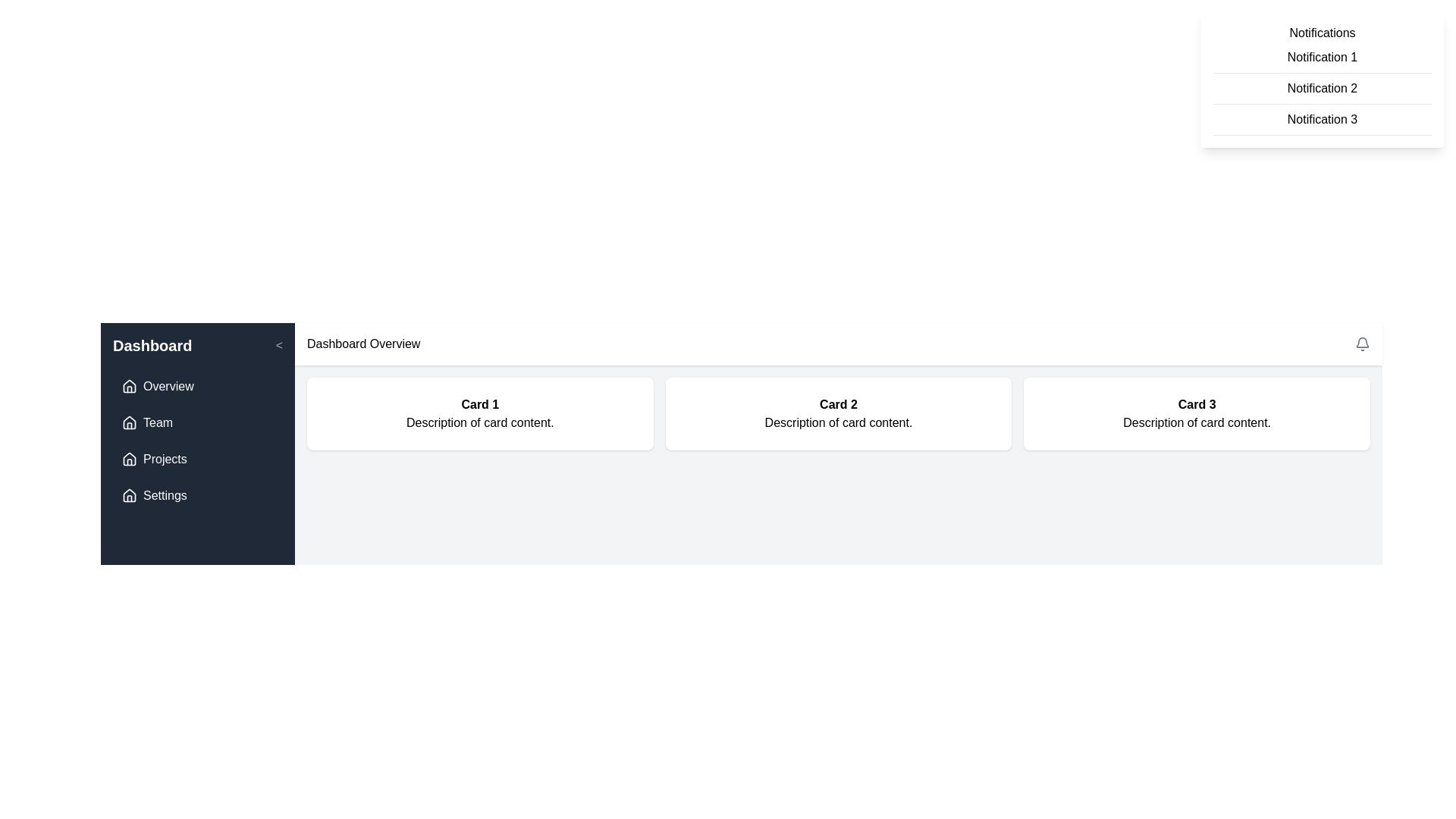 The height and width of the screenshot is (819, 1456). Describe the element at coordinates (196, 496) in the screenshot. I see `the 'Settings' menu item button, which is the fourth item in the vertically stacked menu on the left sidebar` at that location.